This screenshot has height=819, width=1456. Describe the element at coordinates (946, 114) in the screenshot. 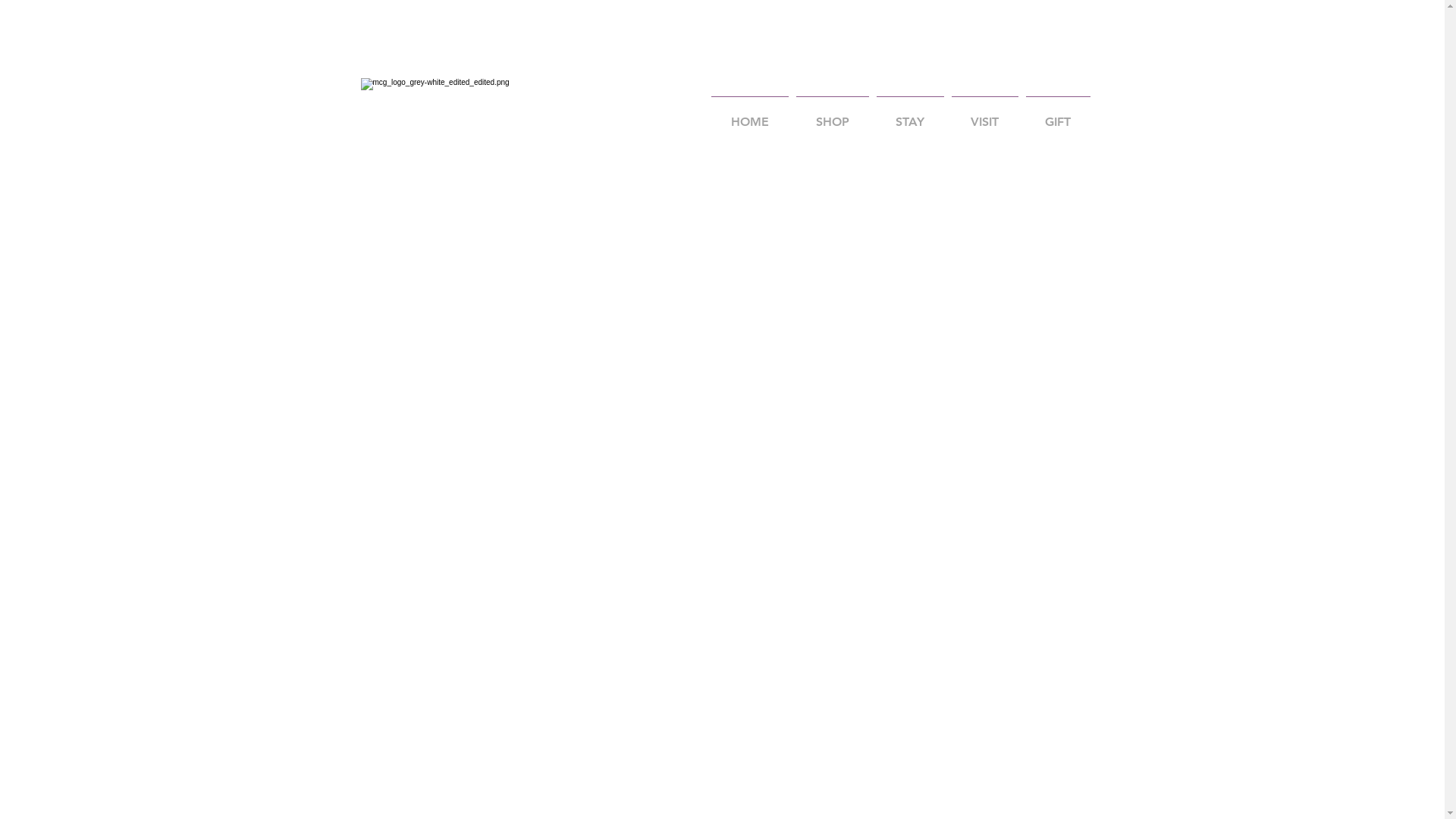

I see `'VISIT'` at that location.